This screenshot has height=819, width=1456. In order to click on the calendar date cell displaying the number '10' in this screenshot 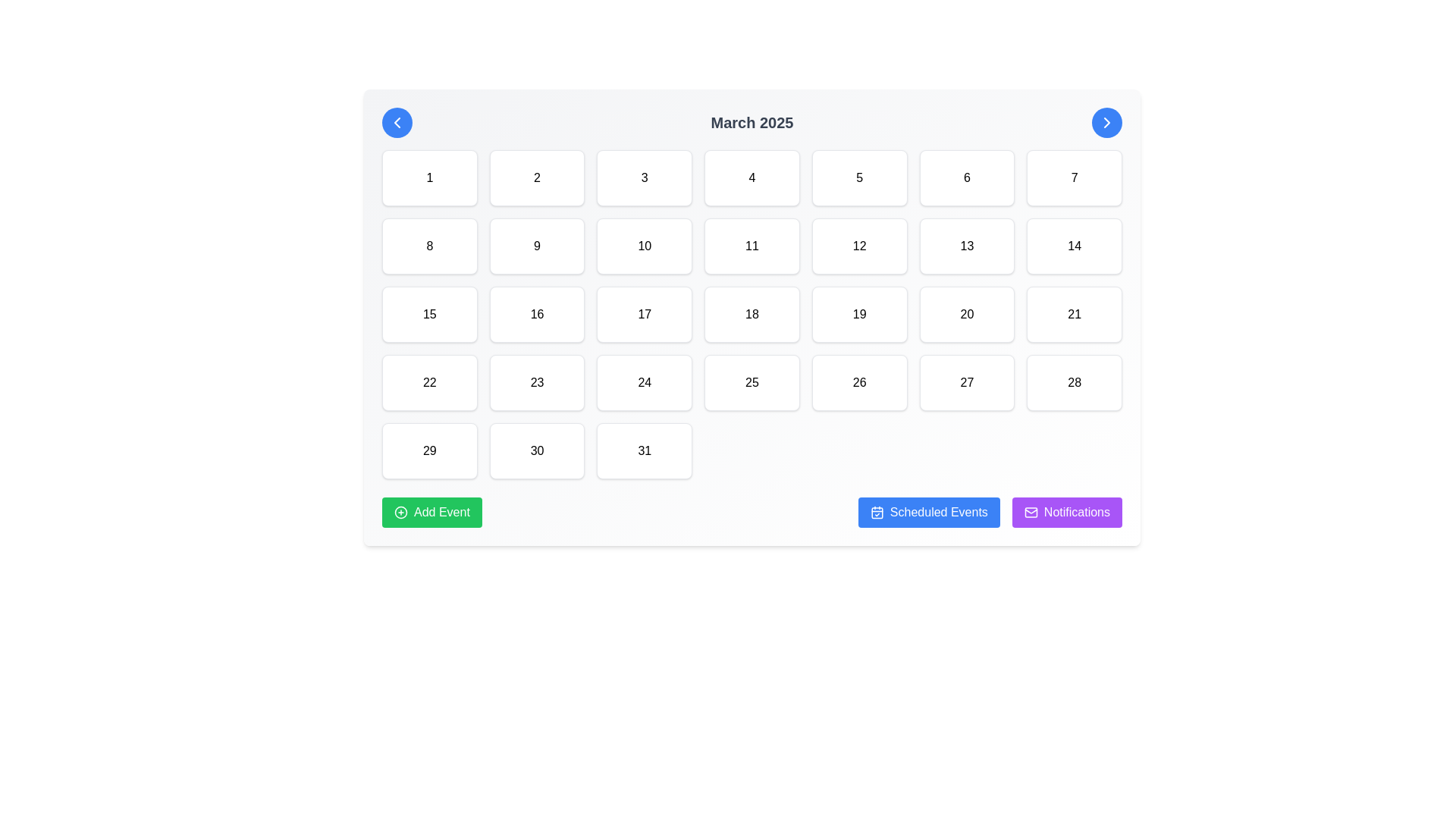, I will do `click(645, 245)`.